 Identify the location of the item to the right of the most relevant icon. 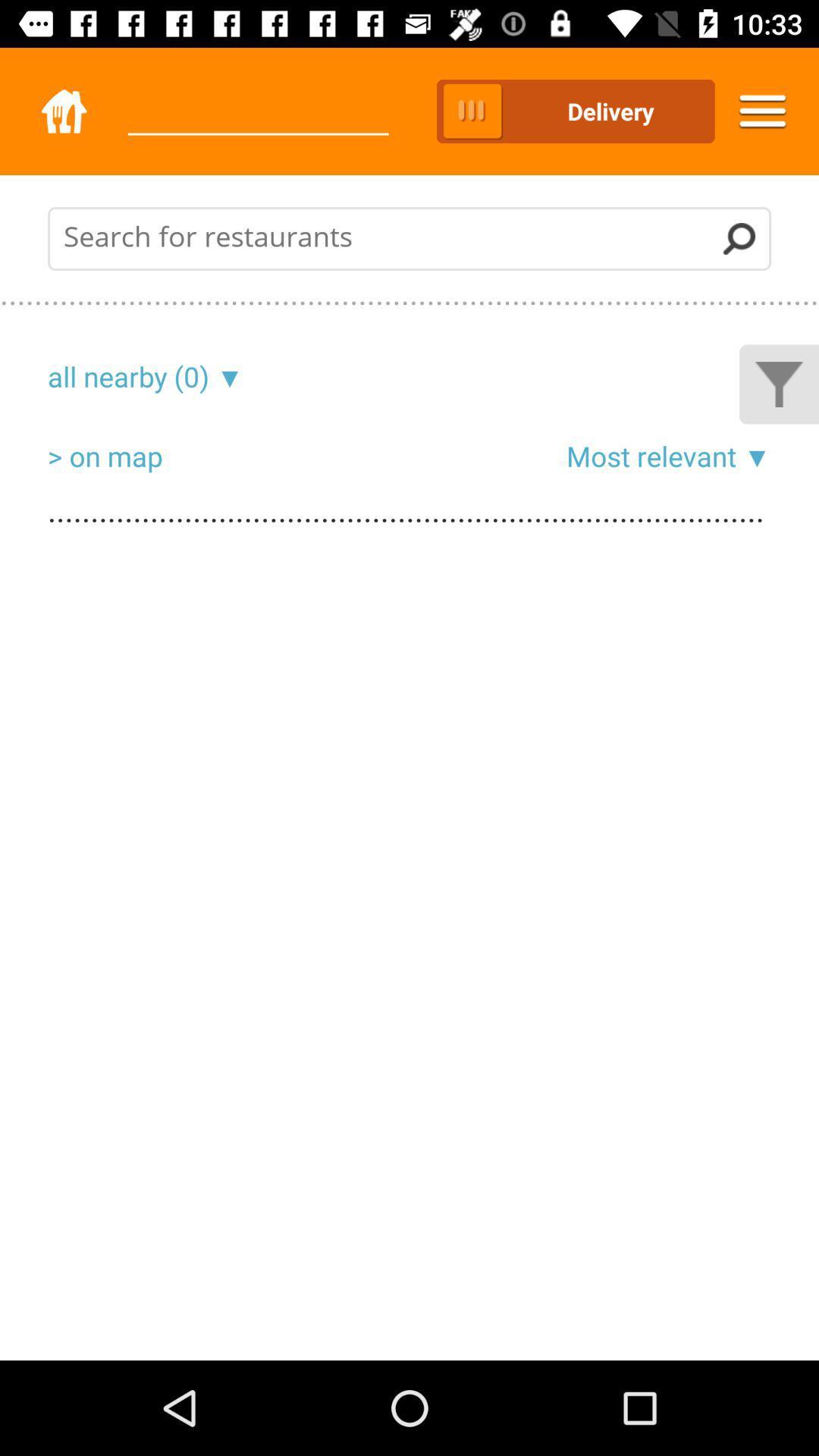
(754, 455).